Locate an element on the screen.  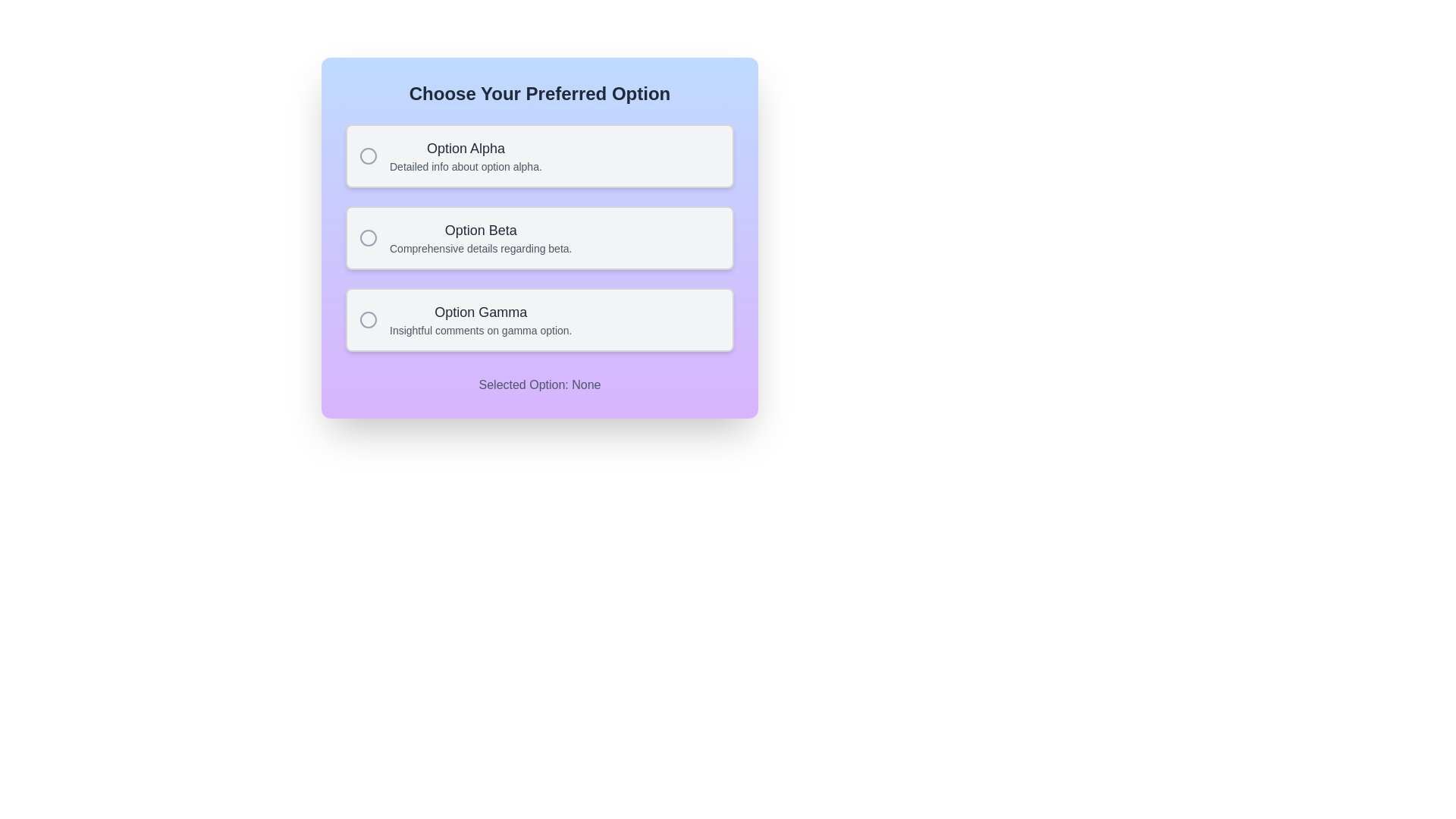
the circular radio button indicator located inside the selection box titled 'Option Alpha' is located at coordinates (368, 155).